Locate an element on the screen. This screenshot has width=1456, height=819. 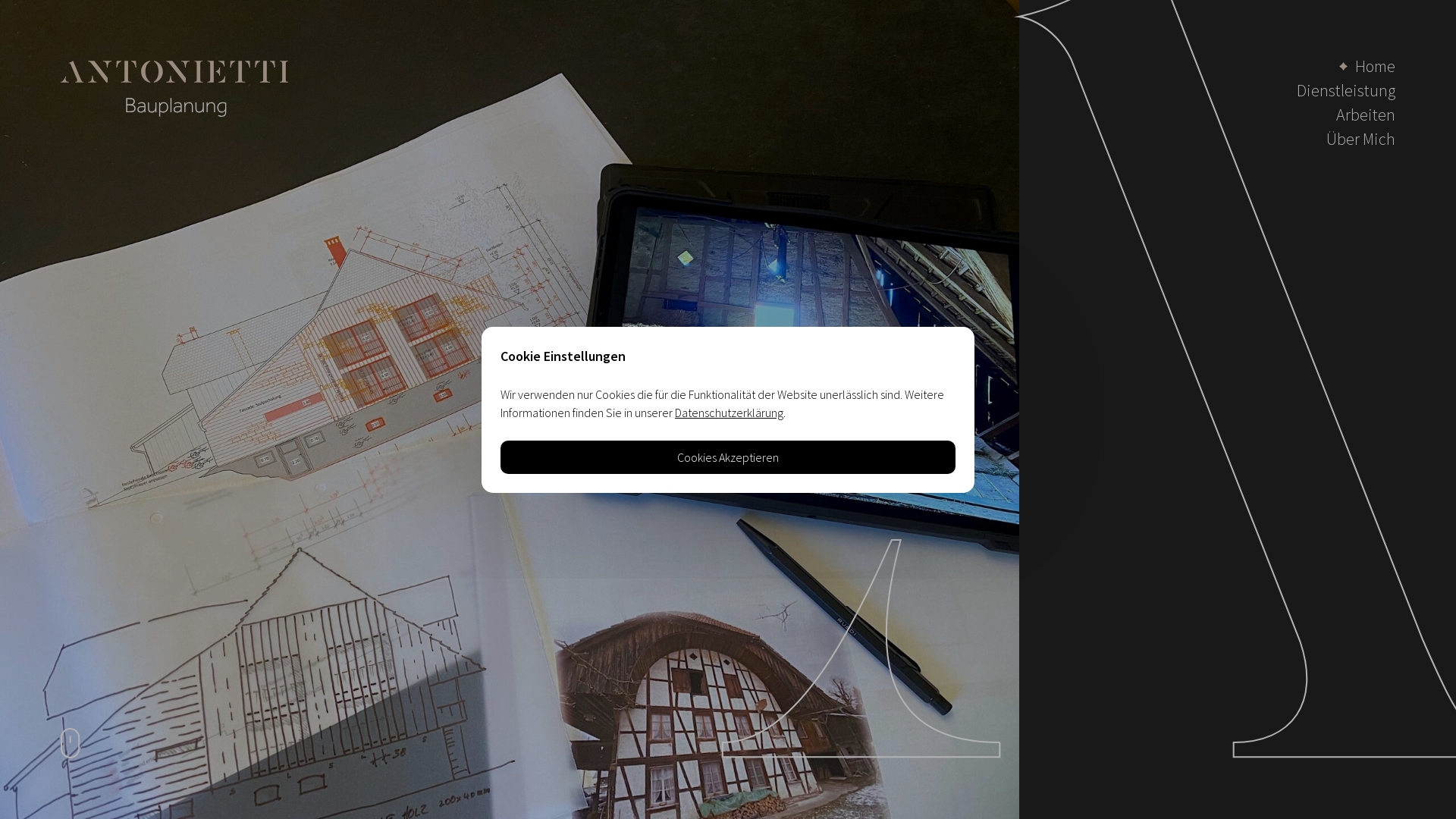
'Home' is located at coordinates (1367, 65).